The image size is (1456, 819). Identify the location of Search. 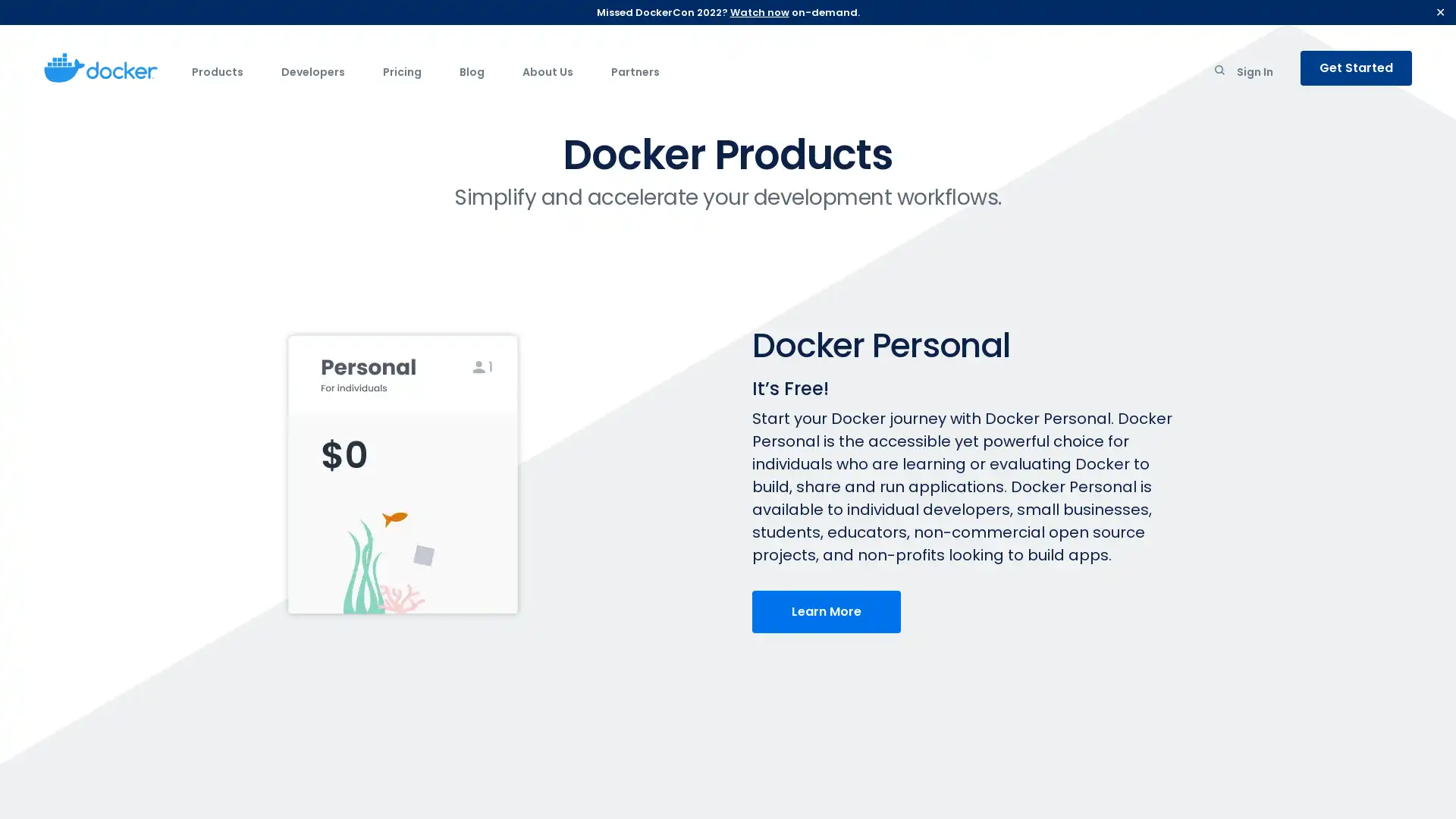
(1219, 73).